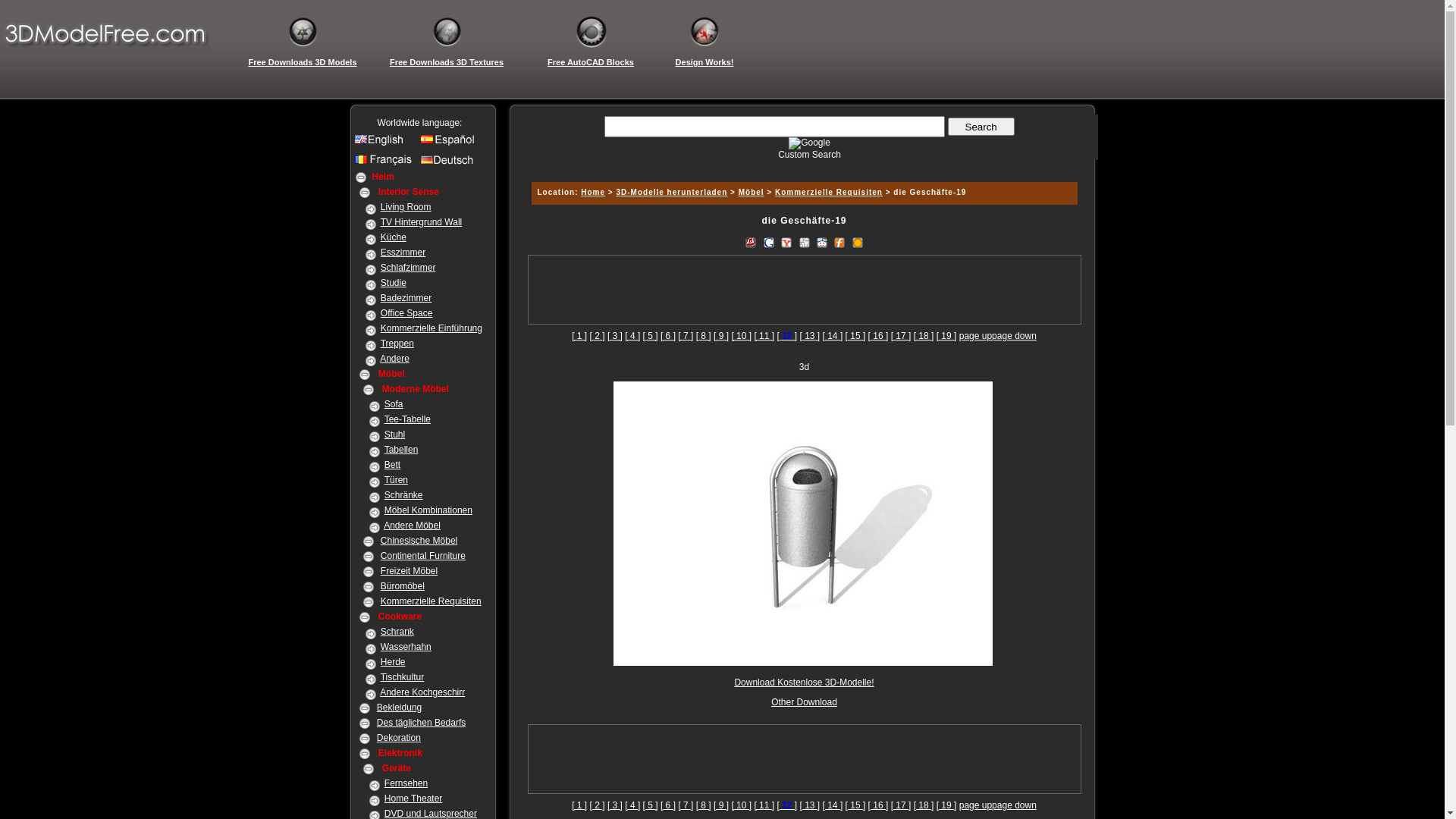 This screenshot has width=1456, height=819. I want to click on 'Kommerzielle Requisiten', so click(775, 191).